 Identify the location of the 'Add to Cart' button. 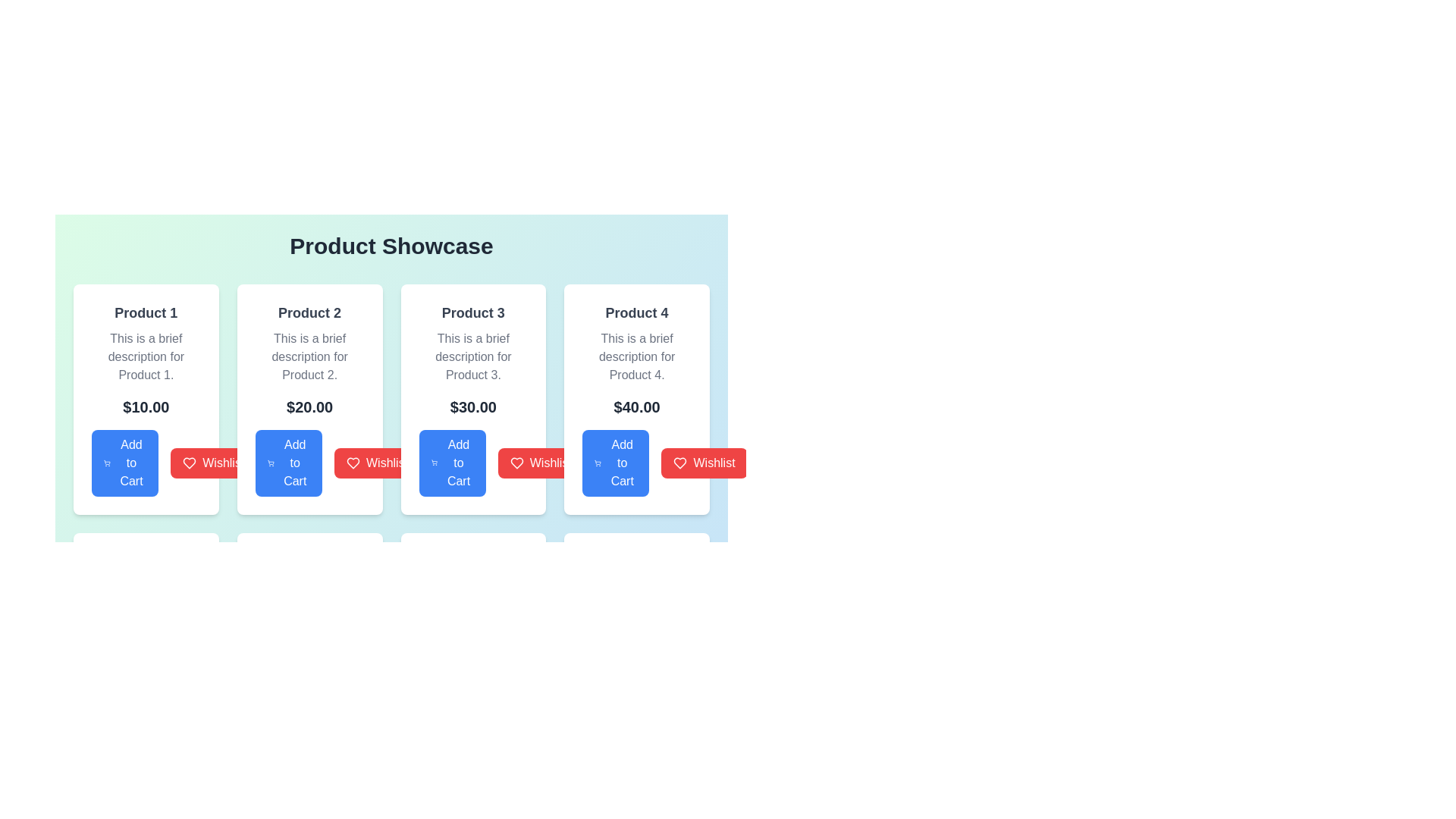
(146, 462).